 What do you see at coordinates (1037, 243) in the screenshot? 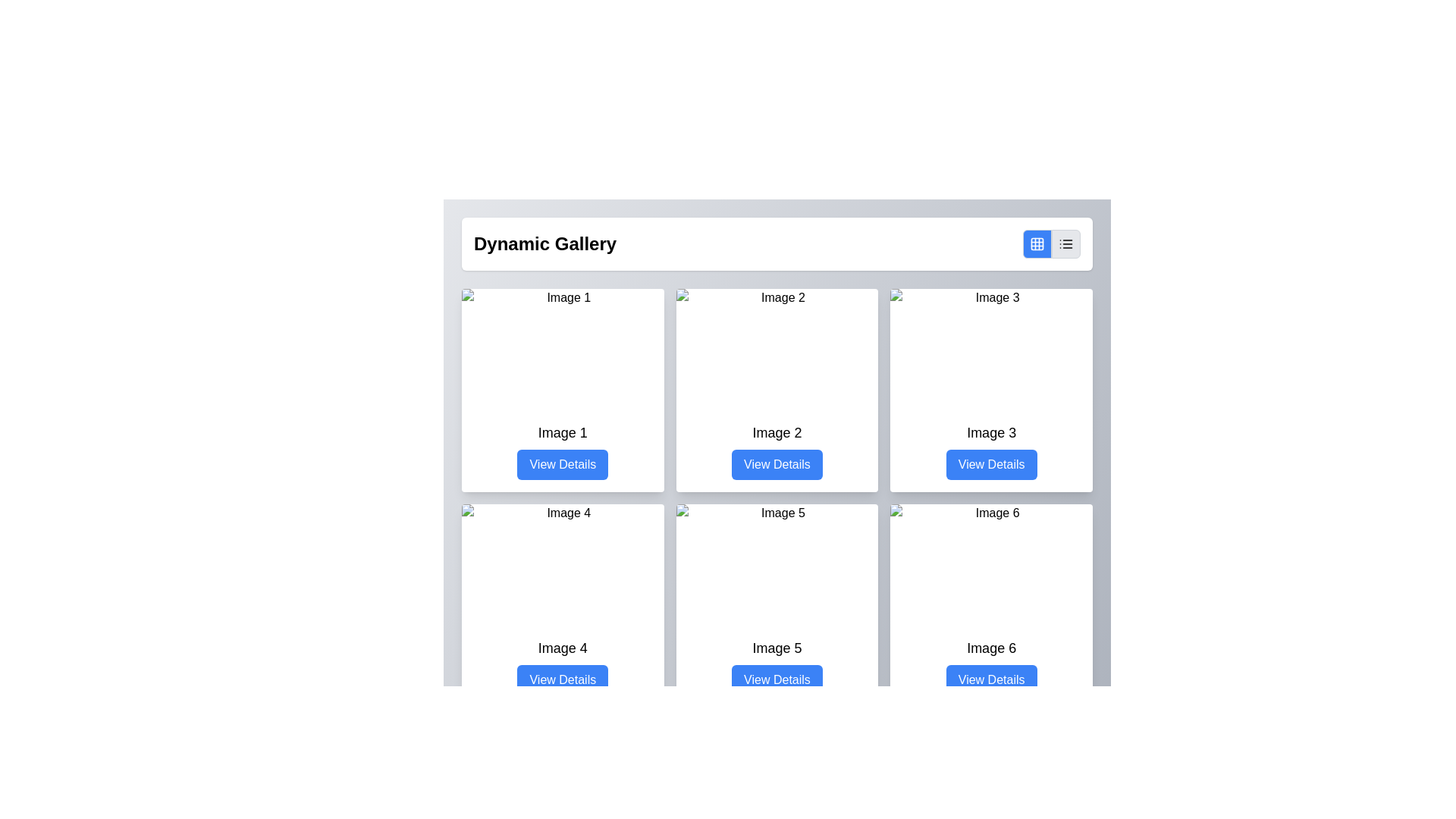
I see `the toggle button in the top-right corner of the interface to change the gallery layout to a grid view` at bounding box center [1037, 243].